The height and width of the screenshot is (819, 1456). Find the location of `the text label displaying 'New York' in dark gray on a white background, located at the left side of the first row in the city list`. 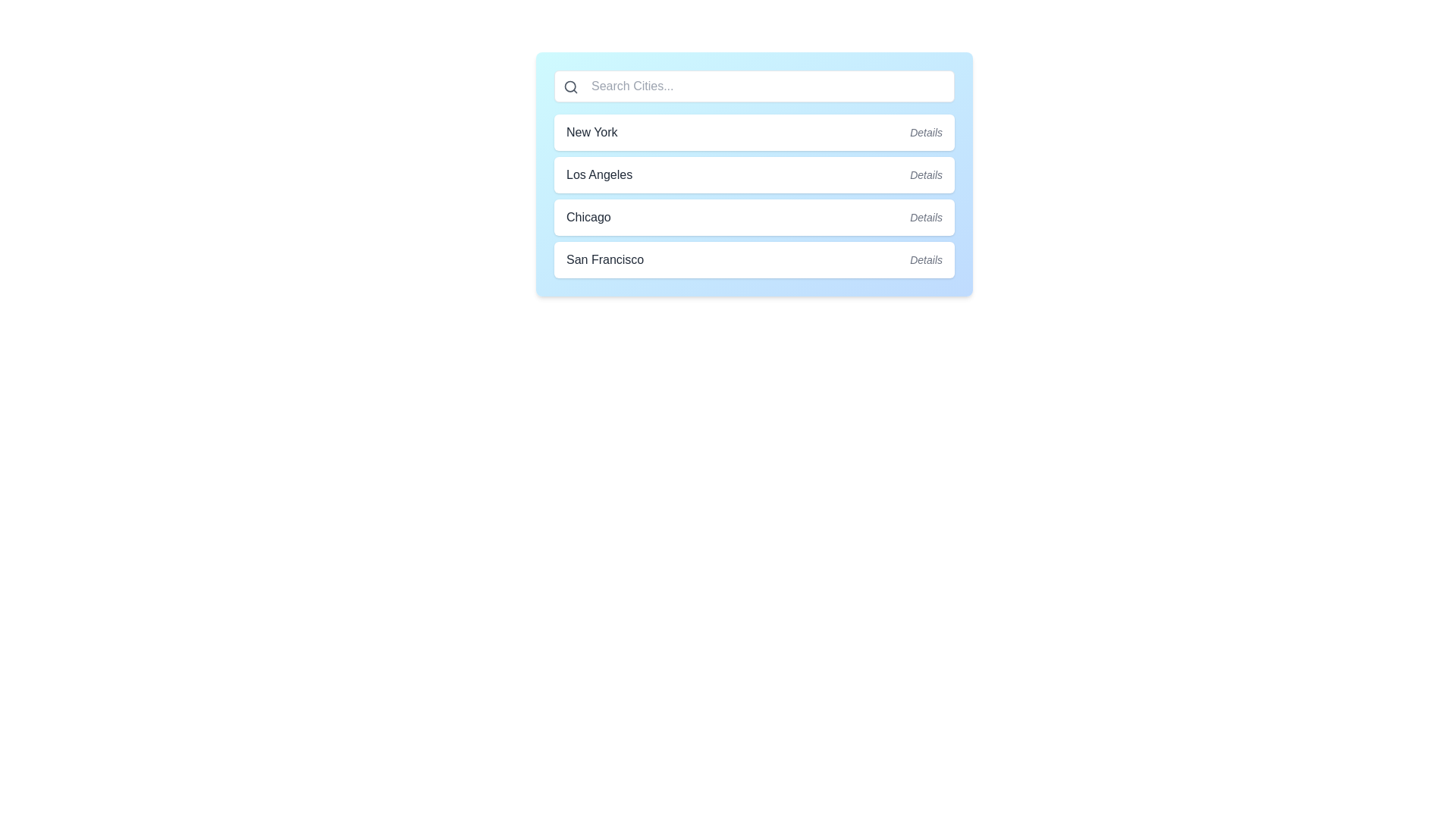

the text label displaying 'New York' in dark gray on a white background, located at the left side of the first row in the city list is located at coordinates (591, 131).